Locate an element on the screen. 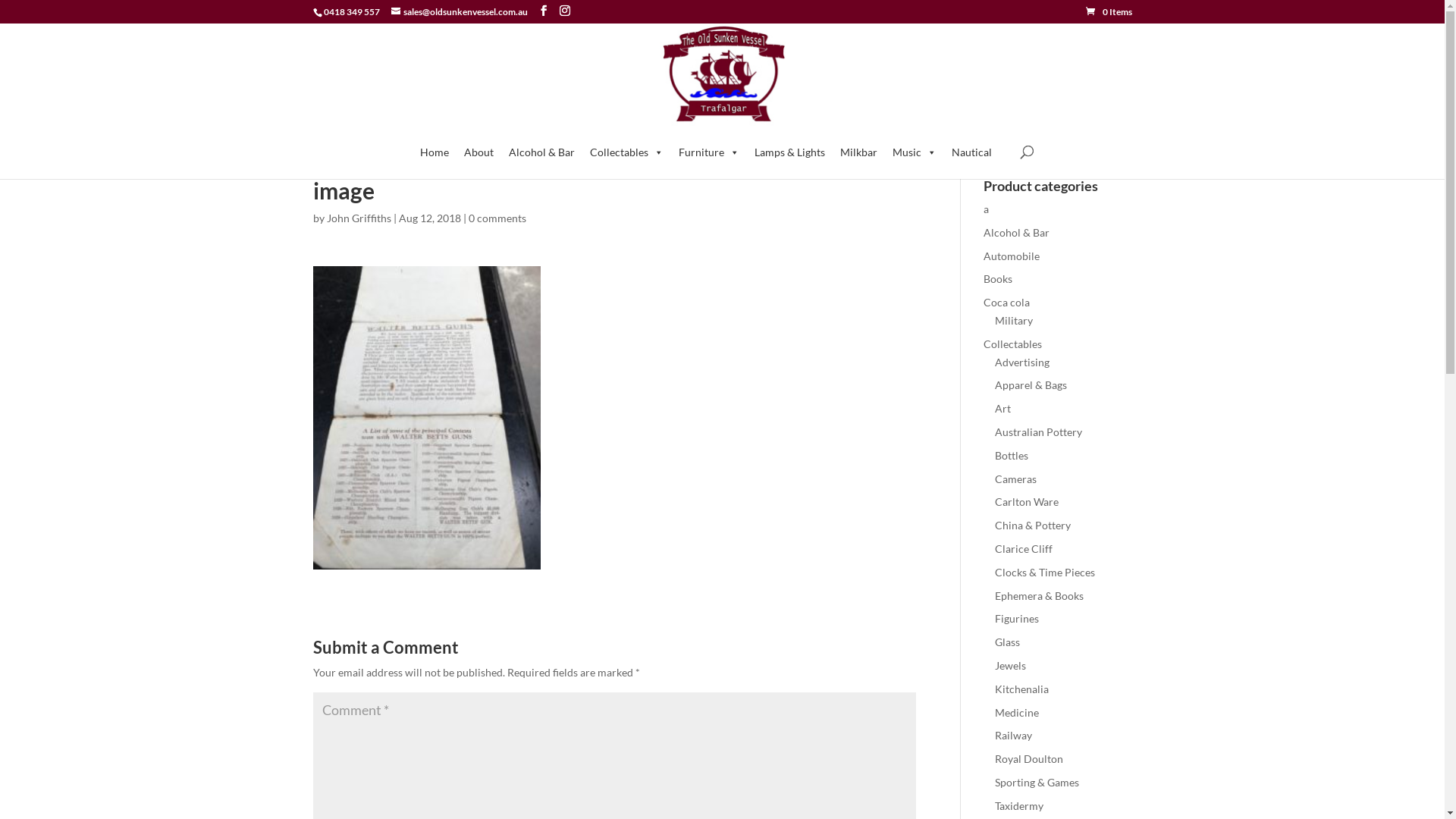  'Australian Pottery' is located at coordinates (1037, 431).